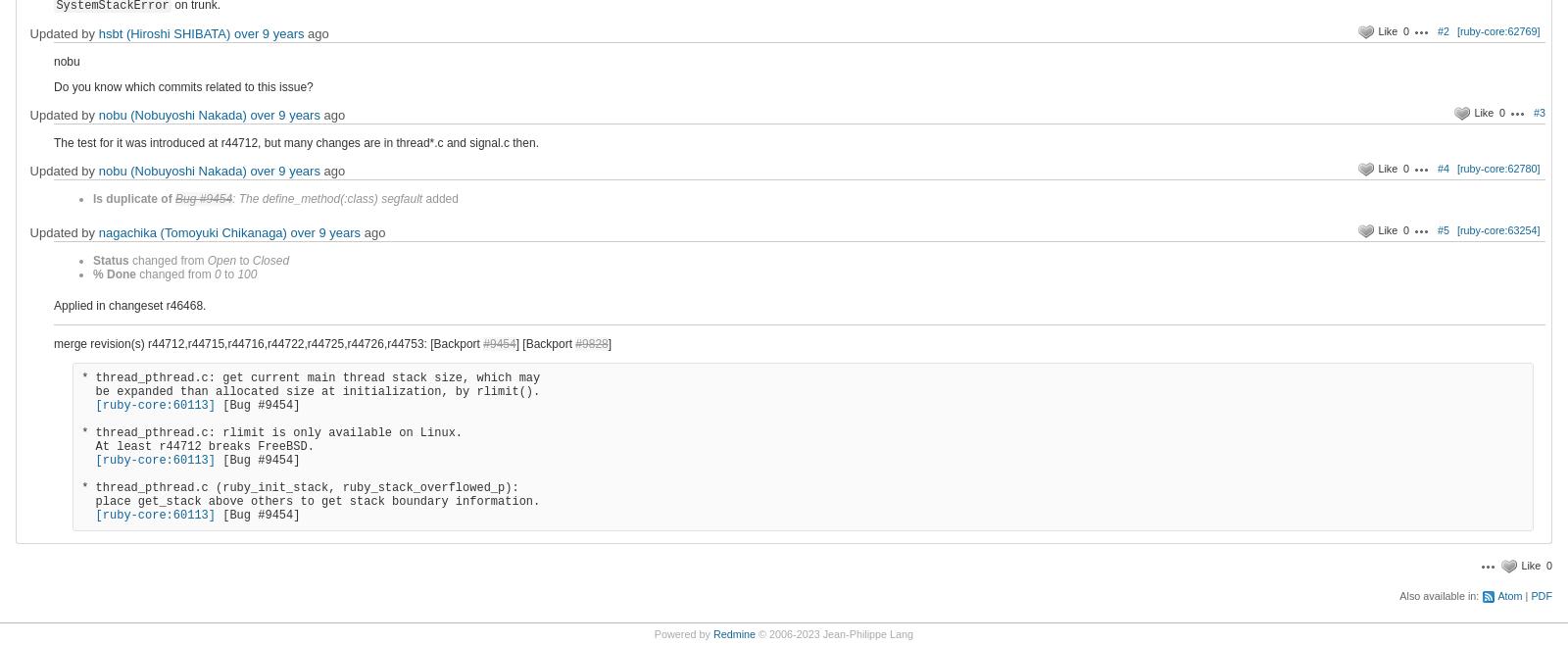 The height and width of the screenshot is (645, 1568). I want to click on 'Applied in changeset r46468.', so click(53, 305).